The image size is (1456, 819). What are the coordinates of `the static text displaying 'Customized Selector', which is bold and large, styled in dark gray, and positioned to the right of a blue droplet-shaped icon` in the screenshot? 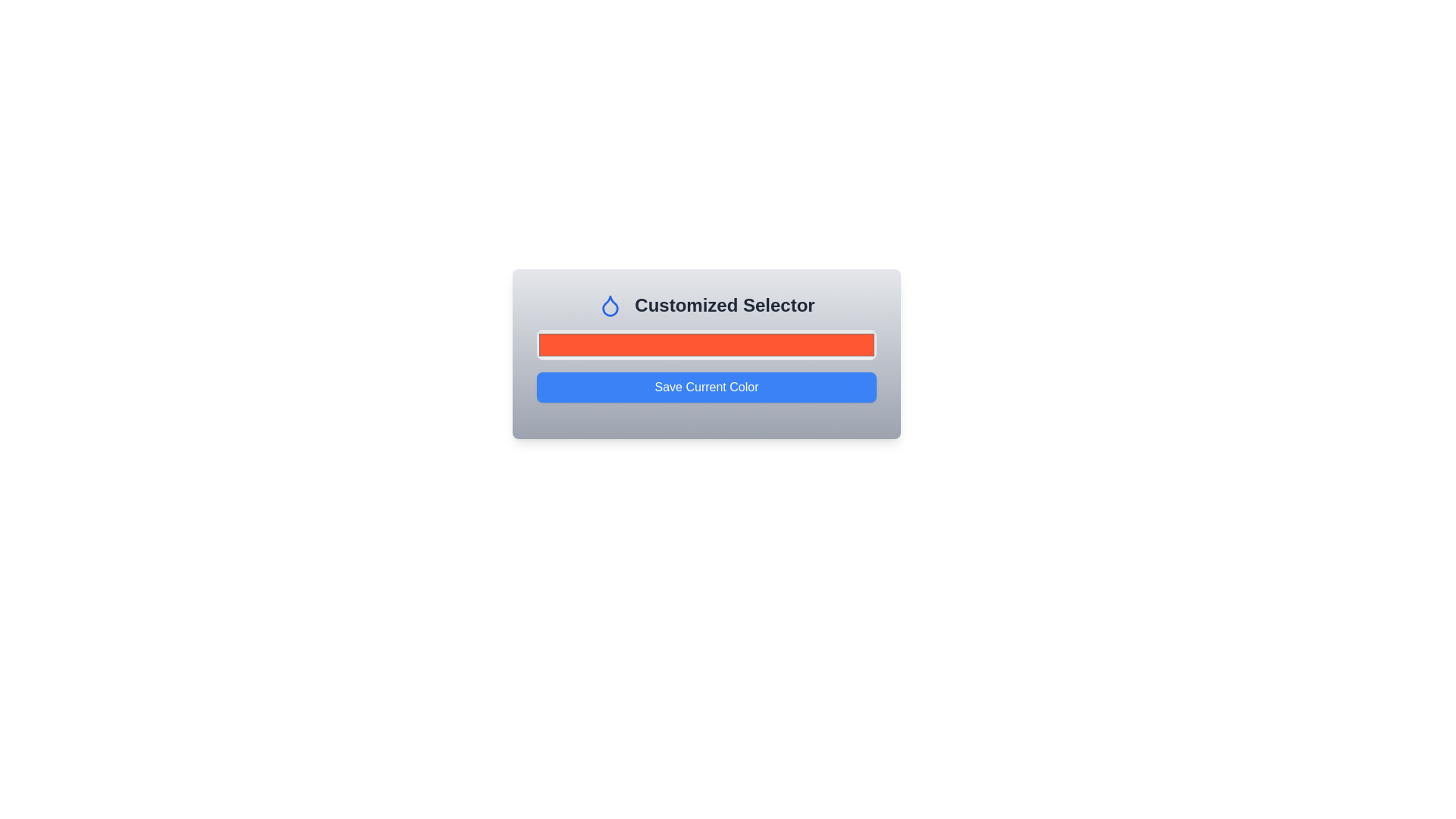 It's located at (723, 305).